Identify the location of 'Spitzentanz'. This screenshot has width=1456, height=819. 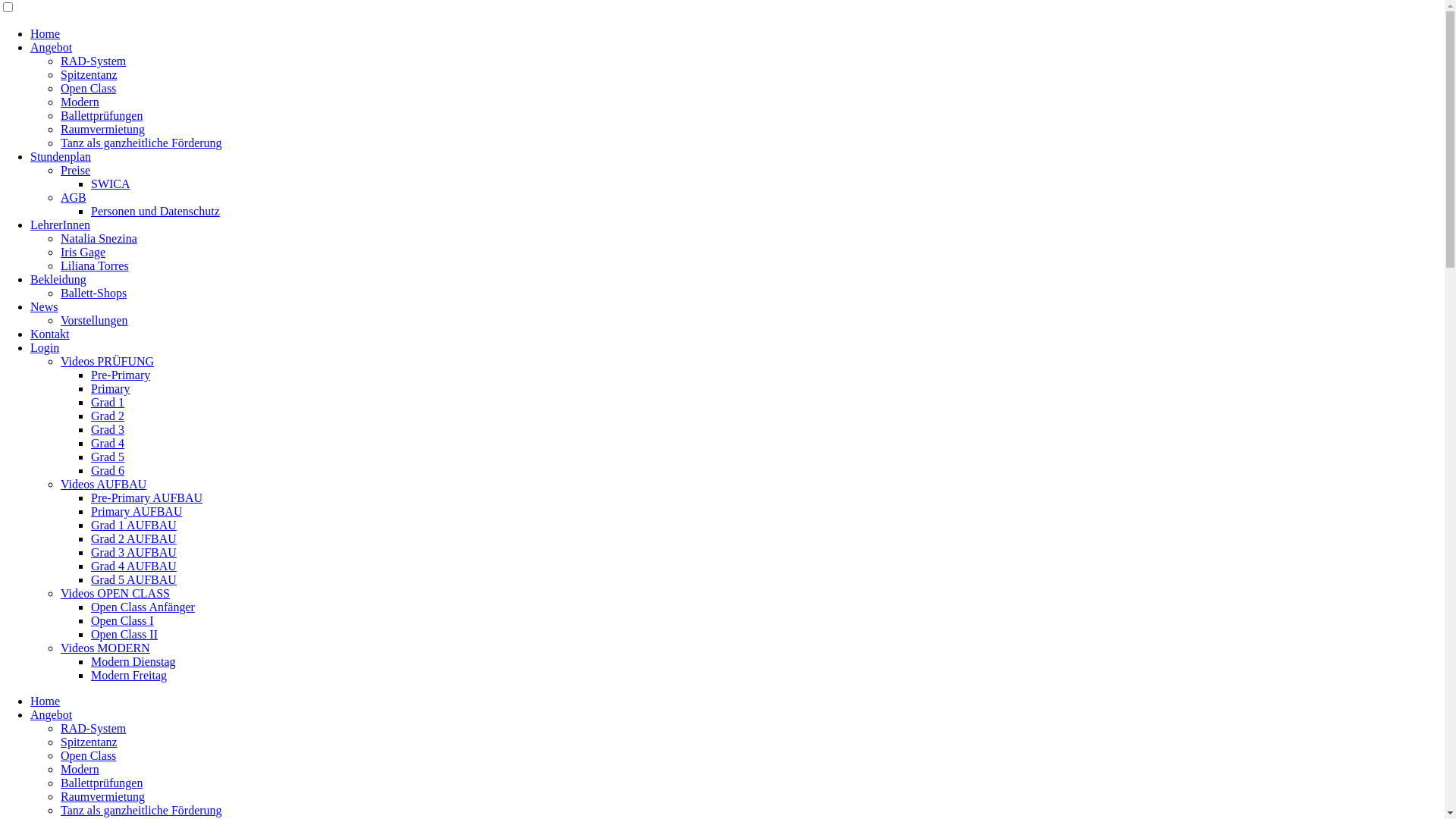
(61, 74).